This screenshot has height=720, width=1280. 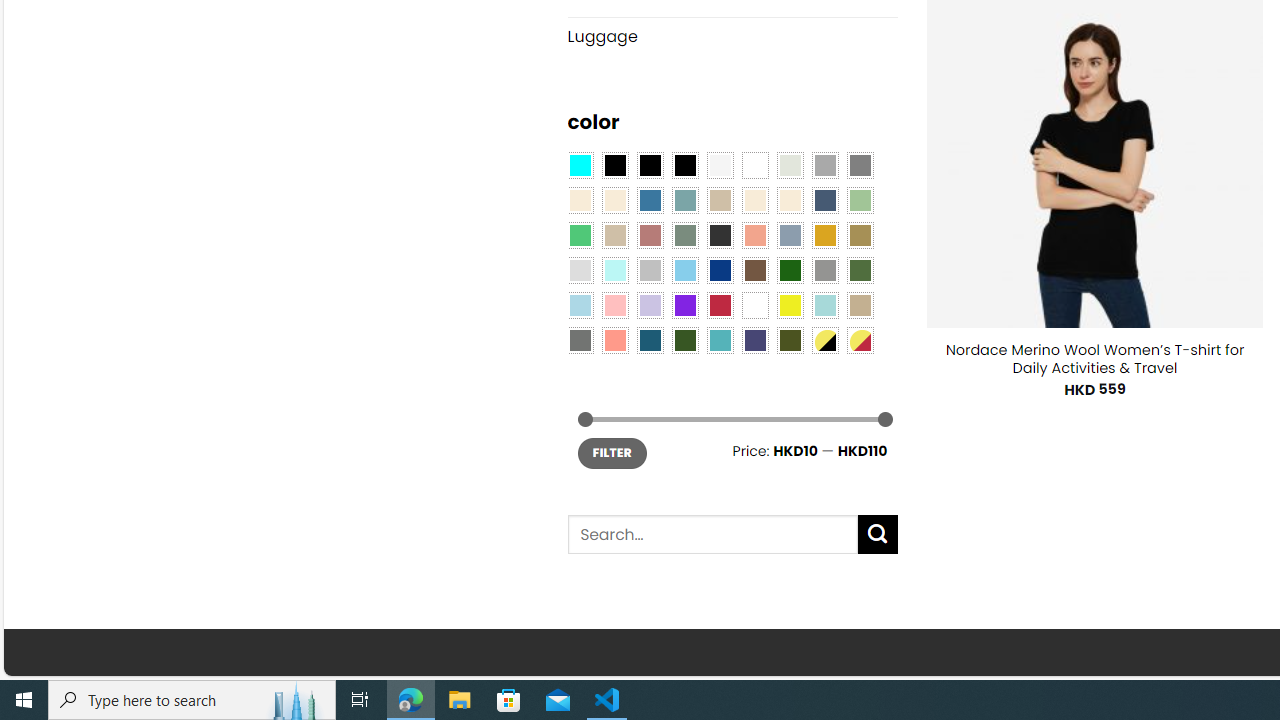 What do you see at coordinates (754, 163) in the screenshot?
I see `'Clear'` at bounding box center [754, 163].